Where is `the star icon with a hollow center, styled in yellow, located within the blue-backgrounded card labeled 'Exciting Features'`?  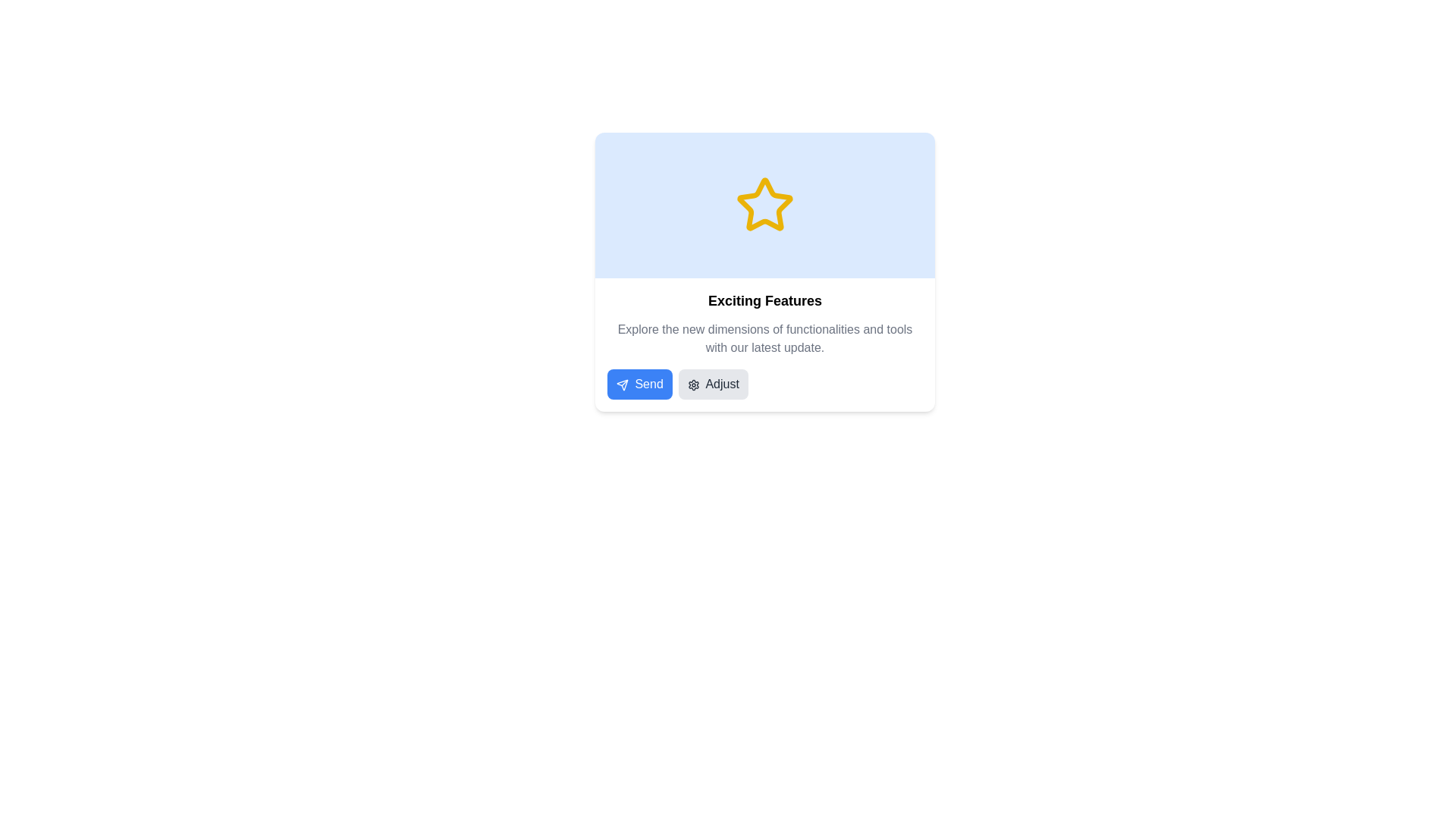
the star icon with a hollow center, styled in yellow, located within the blue-backgrounded card labeled 'Exciting Features' is located at coordinates (764, 203).